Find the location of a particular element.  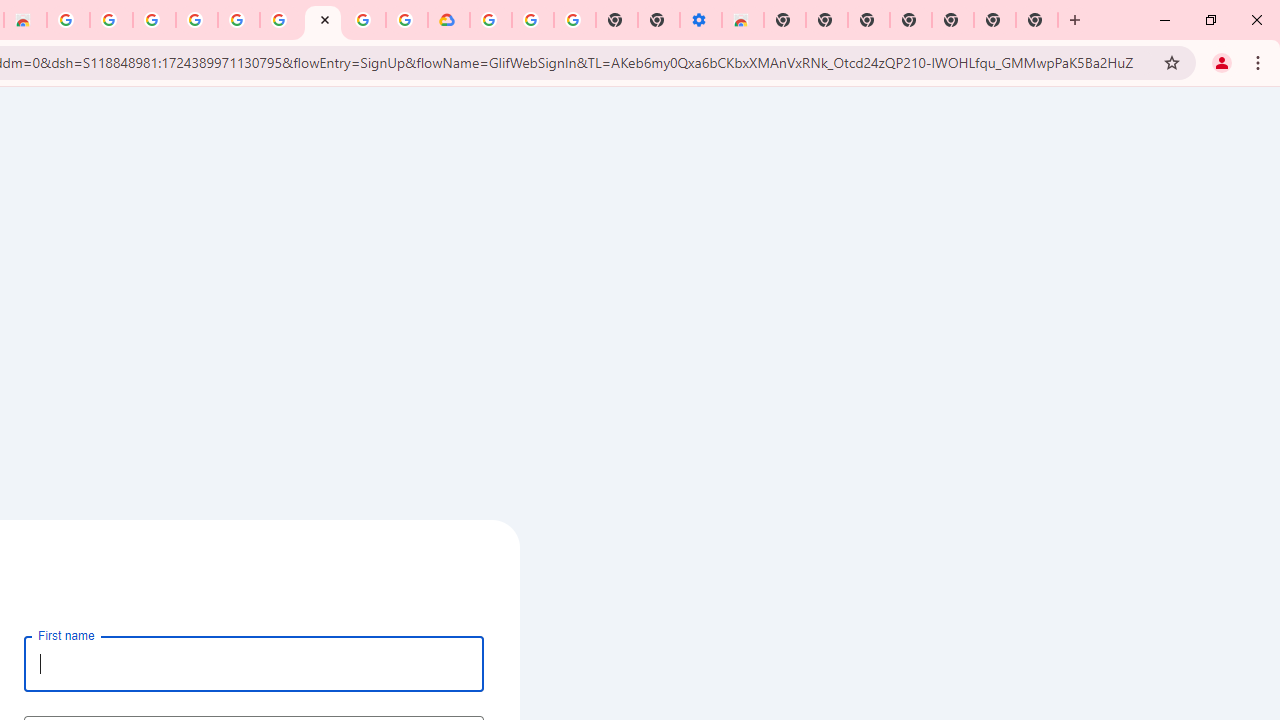

'Ad Settings' is located at coordinates (153, 20).